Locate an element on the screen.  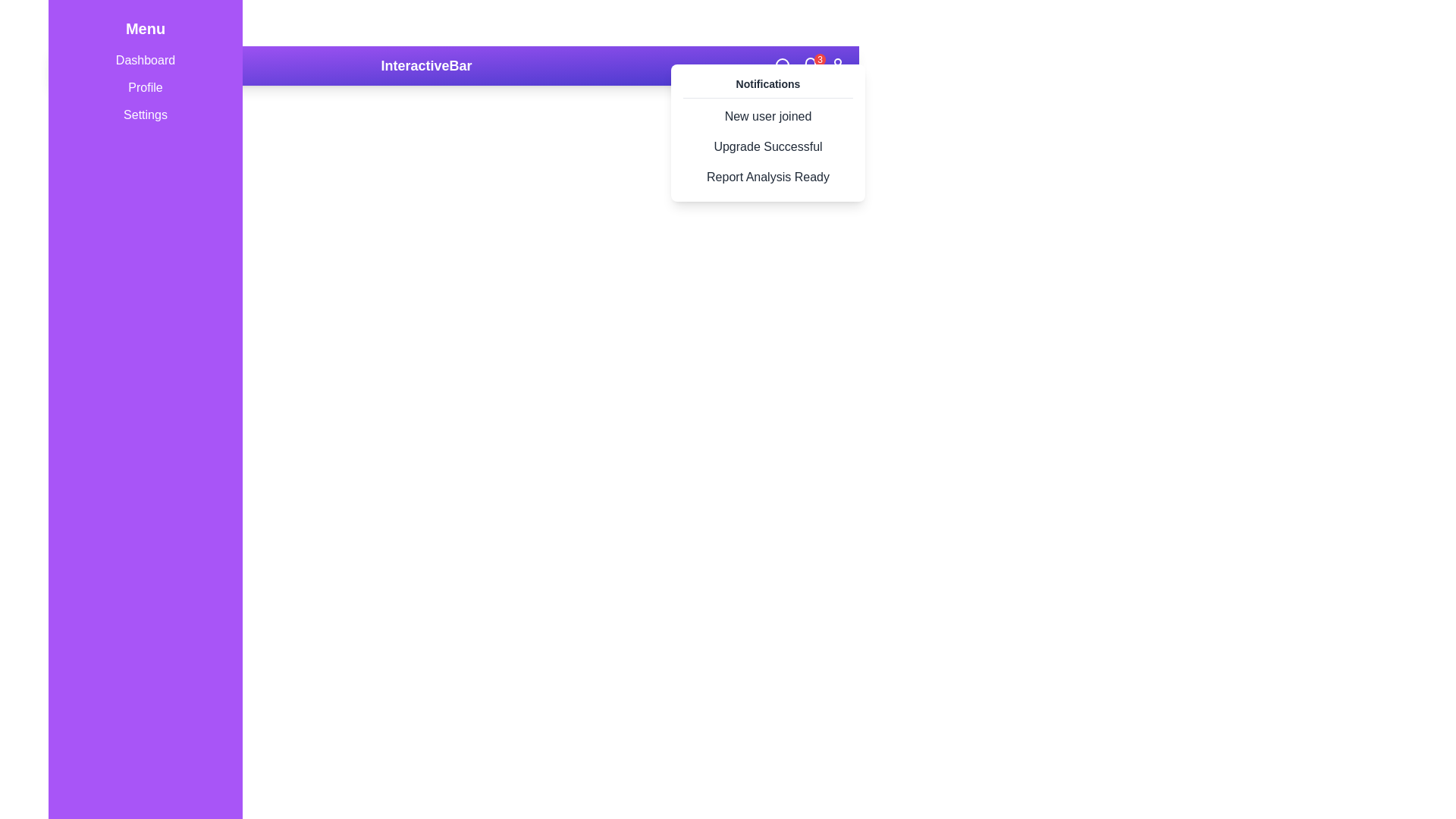
the 'Profile' menu item, which is styled with a purple background and white text, located in the sidebar menu as the second item below 'Dashboard' is located at coordinates (146, 87).